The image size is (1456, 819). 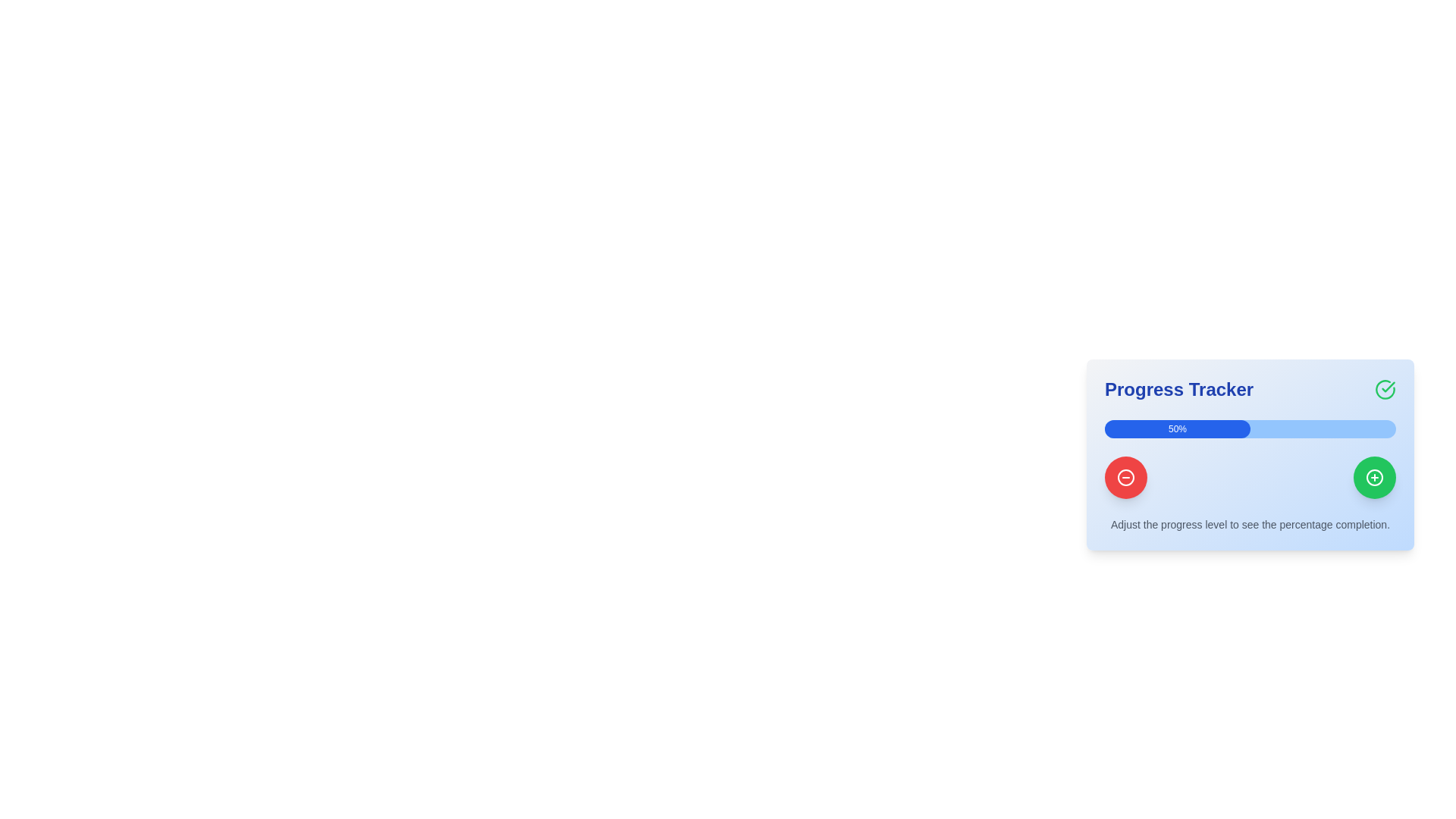 What do you see at coordinates (1375, 476) in the screenshot?
I see `the green circular button located in the bottom-right region of the 'Progress Tracker' interface` at bounding box center [1375, 476].